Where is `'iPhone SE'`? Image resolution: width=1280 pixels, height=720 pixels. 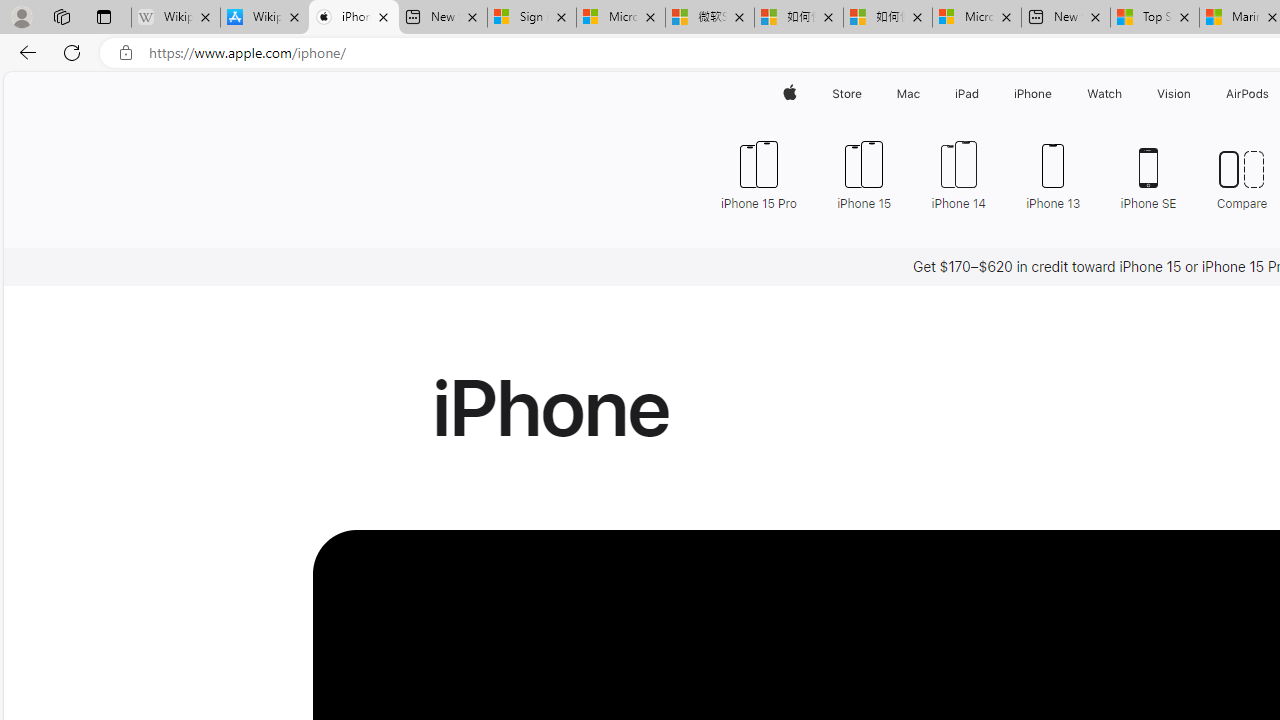 'iPhone SE' is located at coordinates (1148, 172).